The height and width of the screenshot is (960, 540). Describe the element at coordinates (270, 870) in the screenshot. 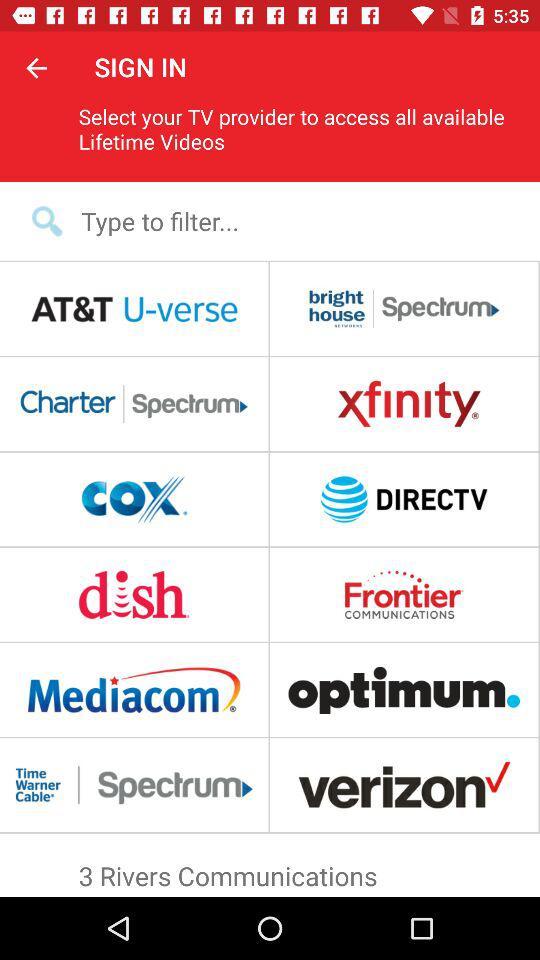

I see `3 rivers communications icon` at that location.